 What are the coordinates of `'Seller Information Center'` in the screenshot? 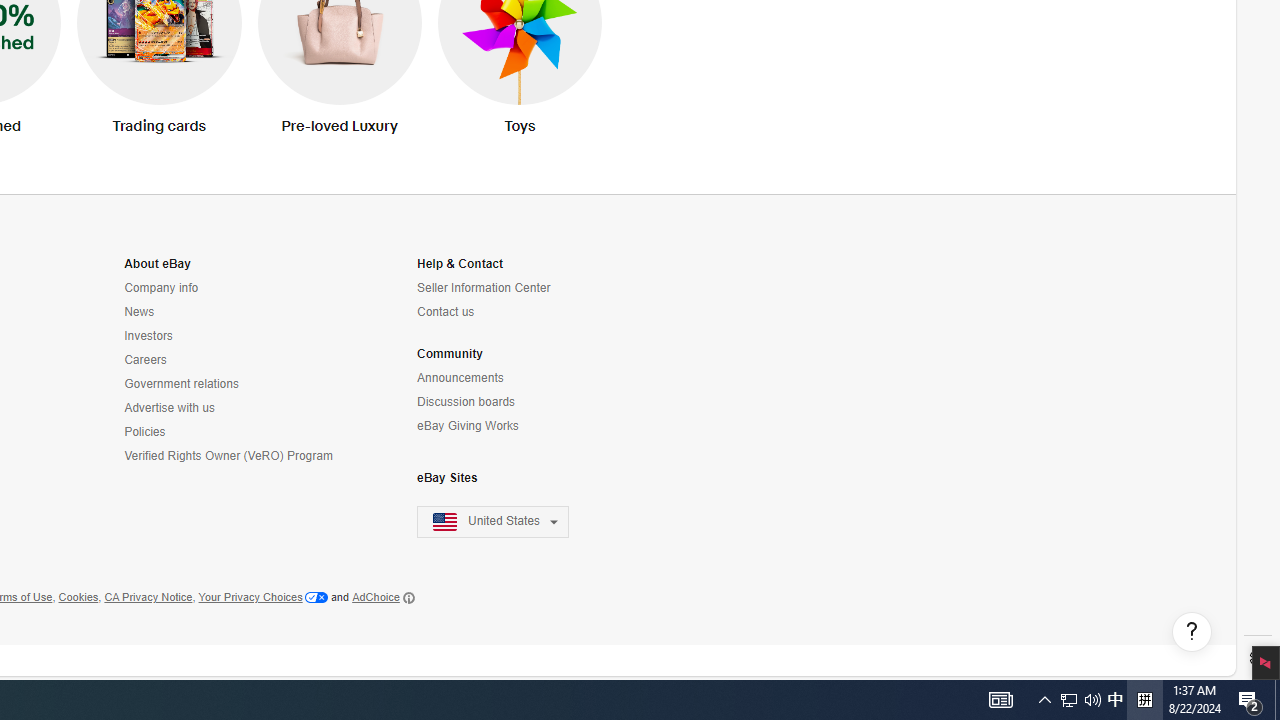 It's located at (505, 288).